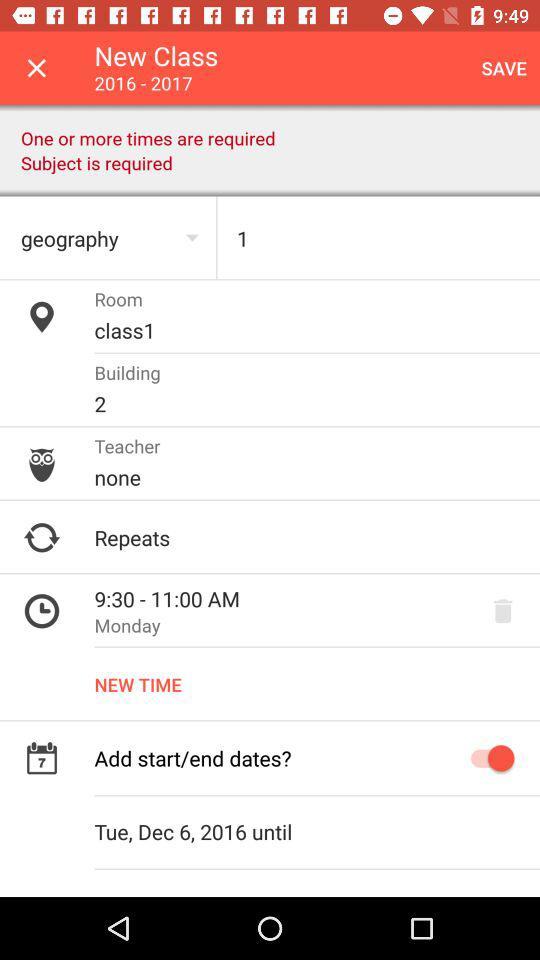 This screenshot has height=960, width=540. Describe the element at coordinates (502, 610) in the screenshot. I see `put in trash can` at that location.